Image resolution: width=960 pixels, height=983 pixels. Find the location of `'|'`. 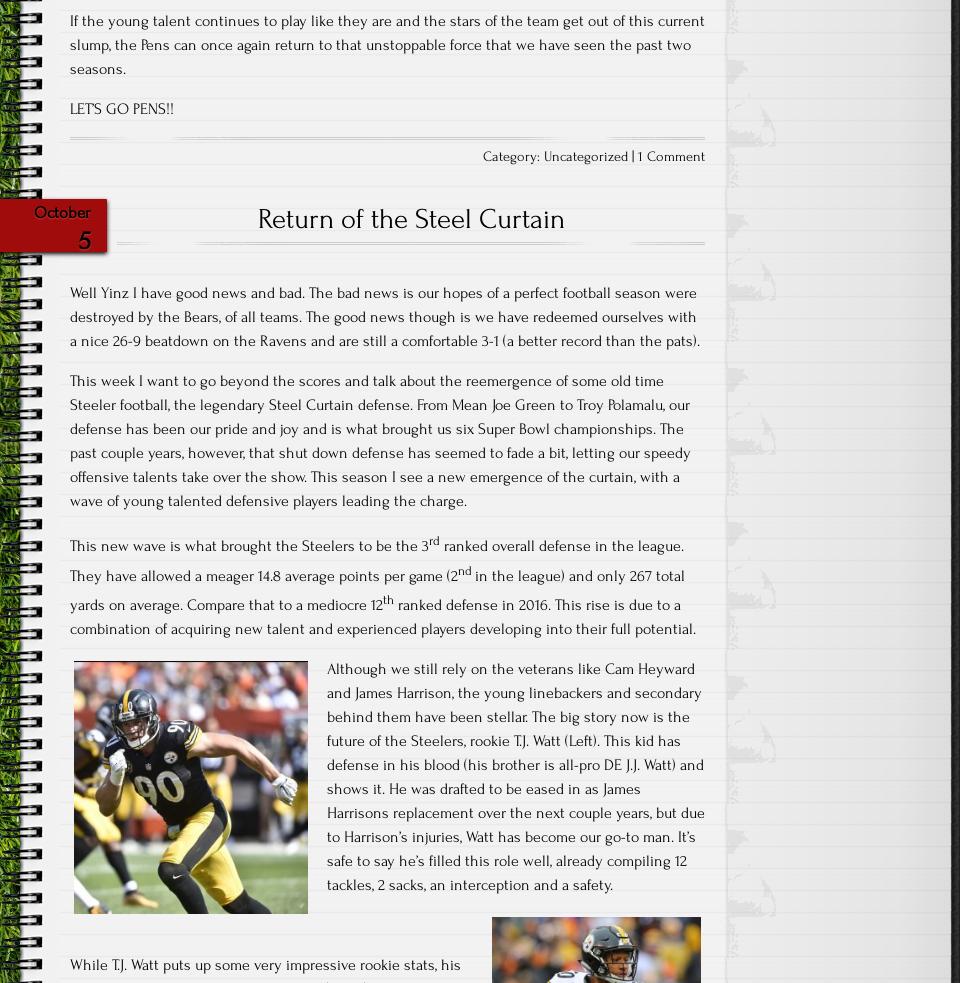

'|' is located at coordinates (627, 155).